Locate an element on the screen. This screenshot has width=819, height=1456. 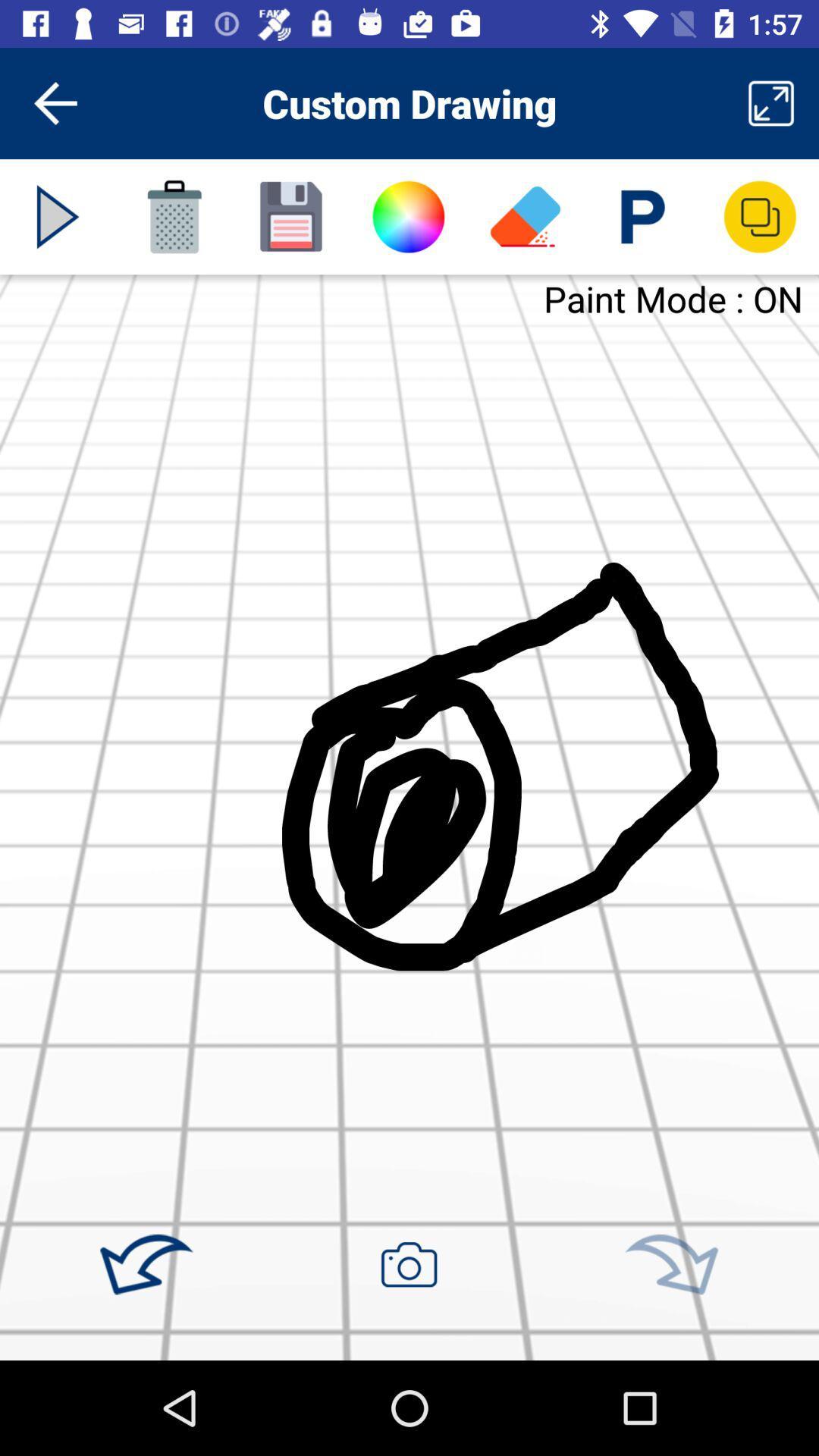
delete drawing is located at coordinates (174, 216).